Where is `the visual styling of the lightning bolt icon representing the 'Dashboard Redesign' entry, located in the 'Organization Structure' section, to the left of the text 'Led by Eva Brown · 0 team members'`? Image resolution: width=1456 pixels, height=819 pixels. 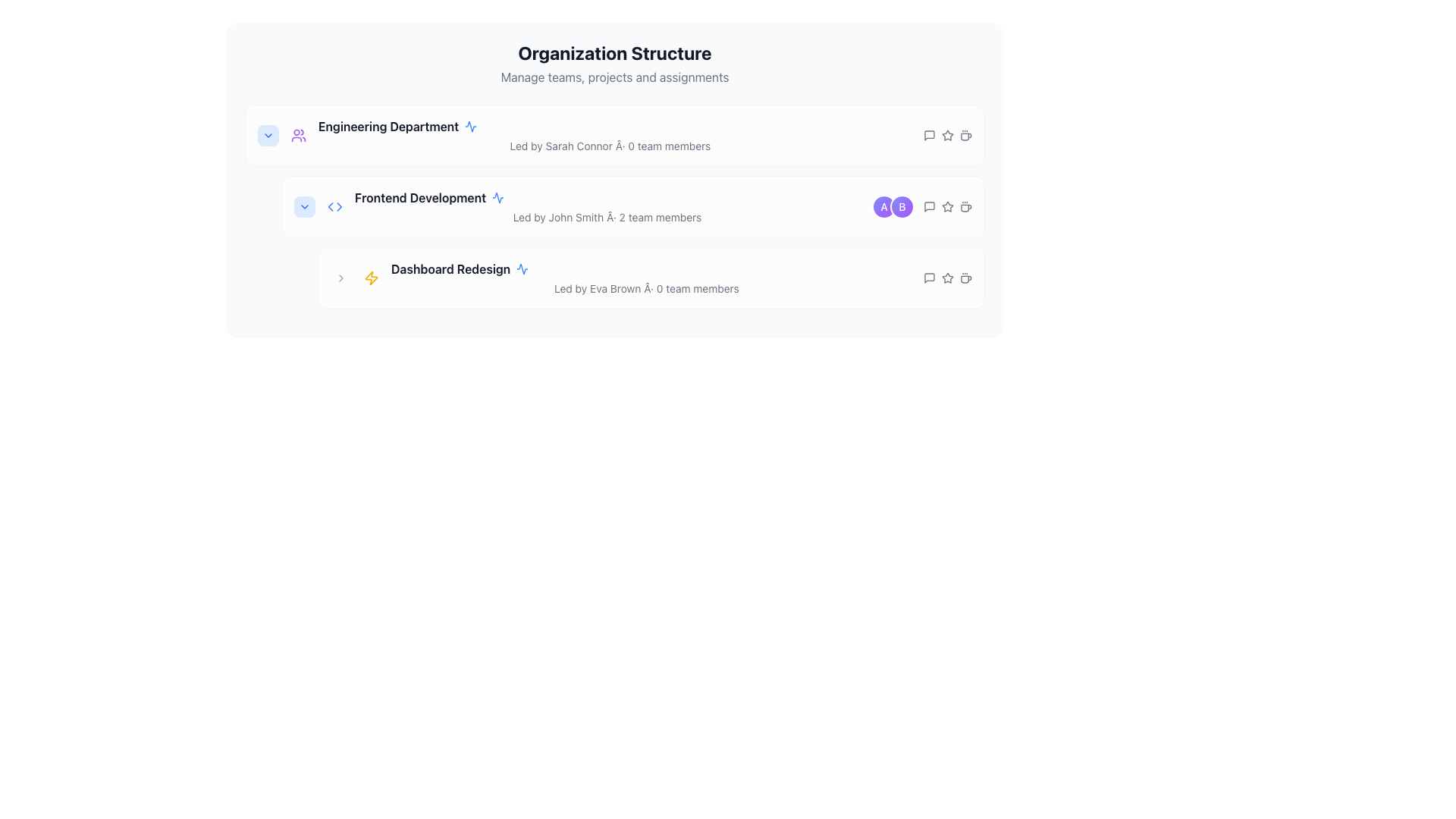
the visual styling of the lightning bolt icon representing the 'Dashboard Redesign' entry, located in the 'Organization Structure' section, to the left of the text 'Led by Eva Brown · 0 team members' is located at coordinates (371, 278).